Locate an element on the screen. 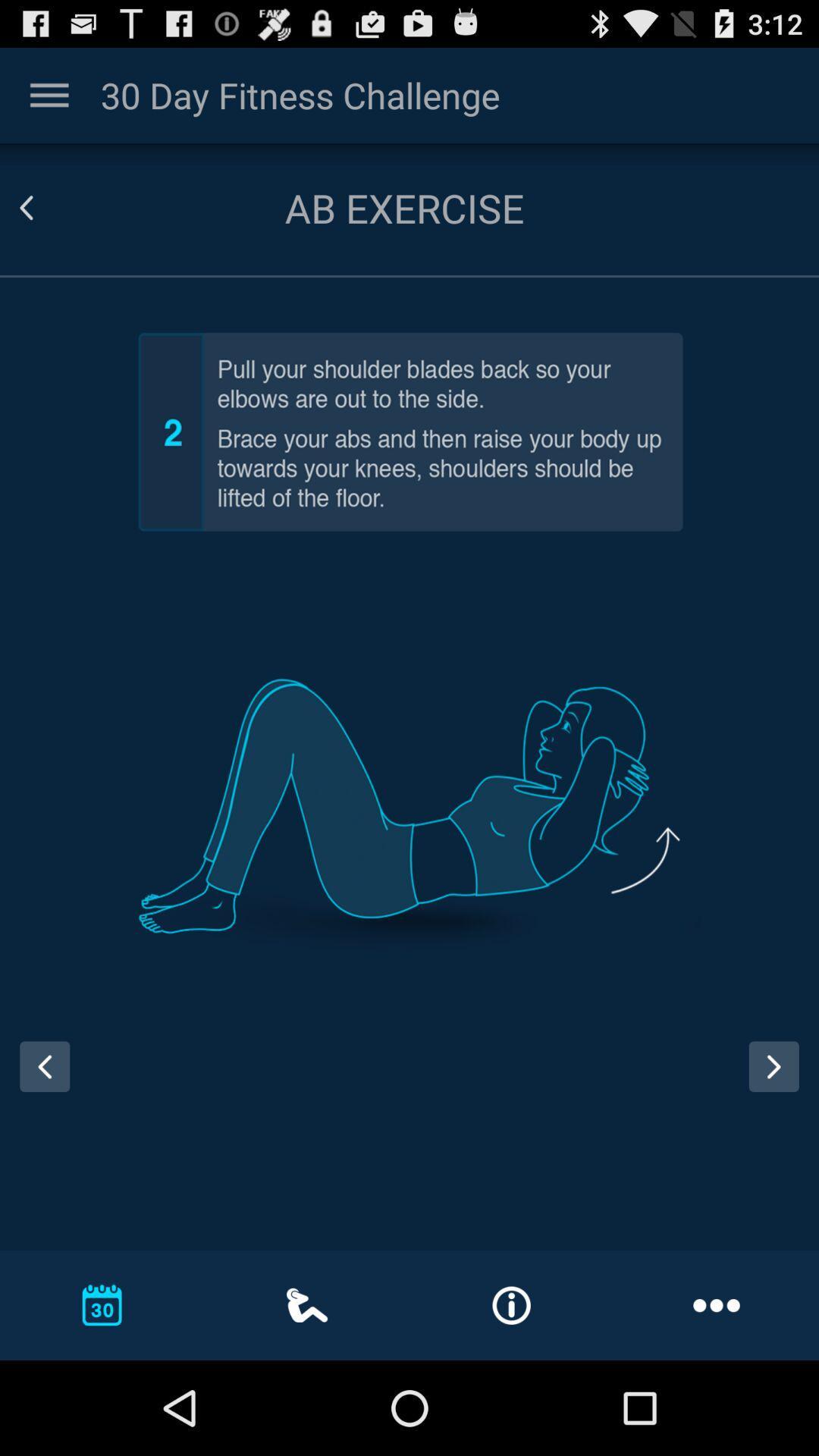 The width and height of the screenshot is (819, 1456). previous is located at coordinates (44, 1065).